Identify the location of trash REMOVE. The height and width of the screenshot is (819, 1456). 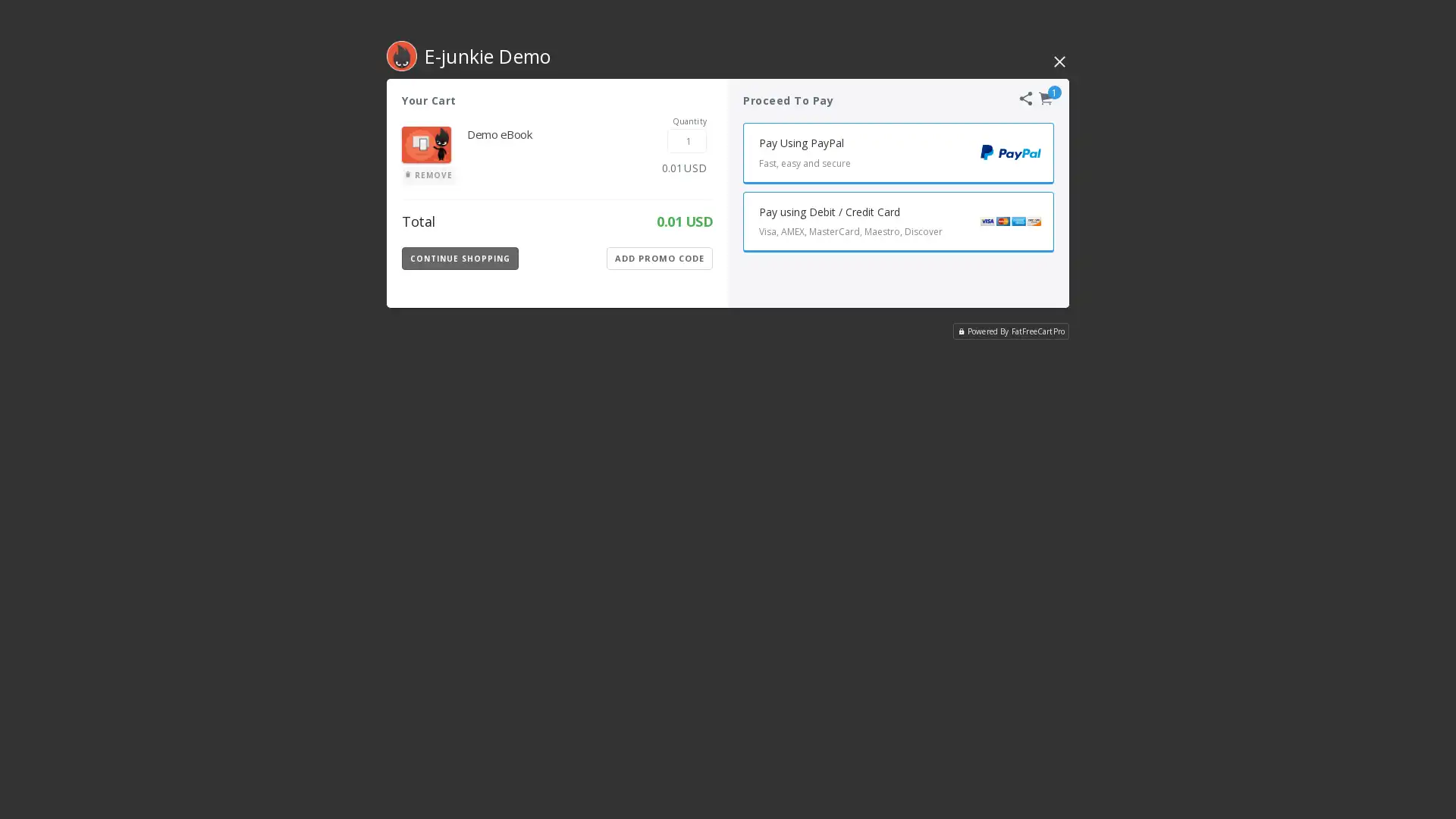
(428, 174).